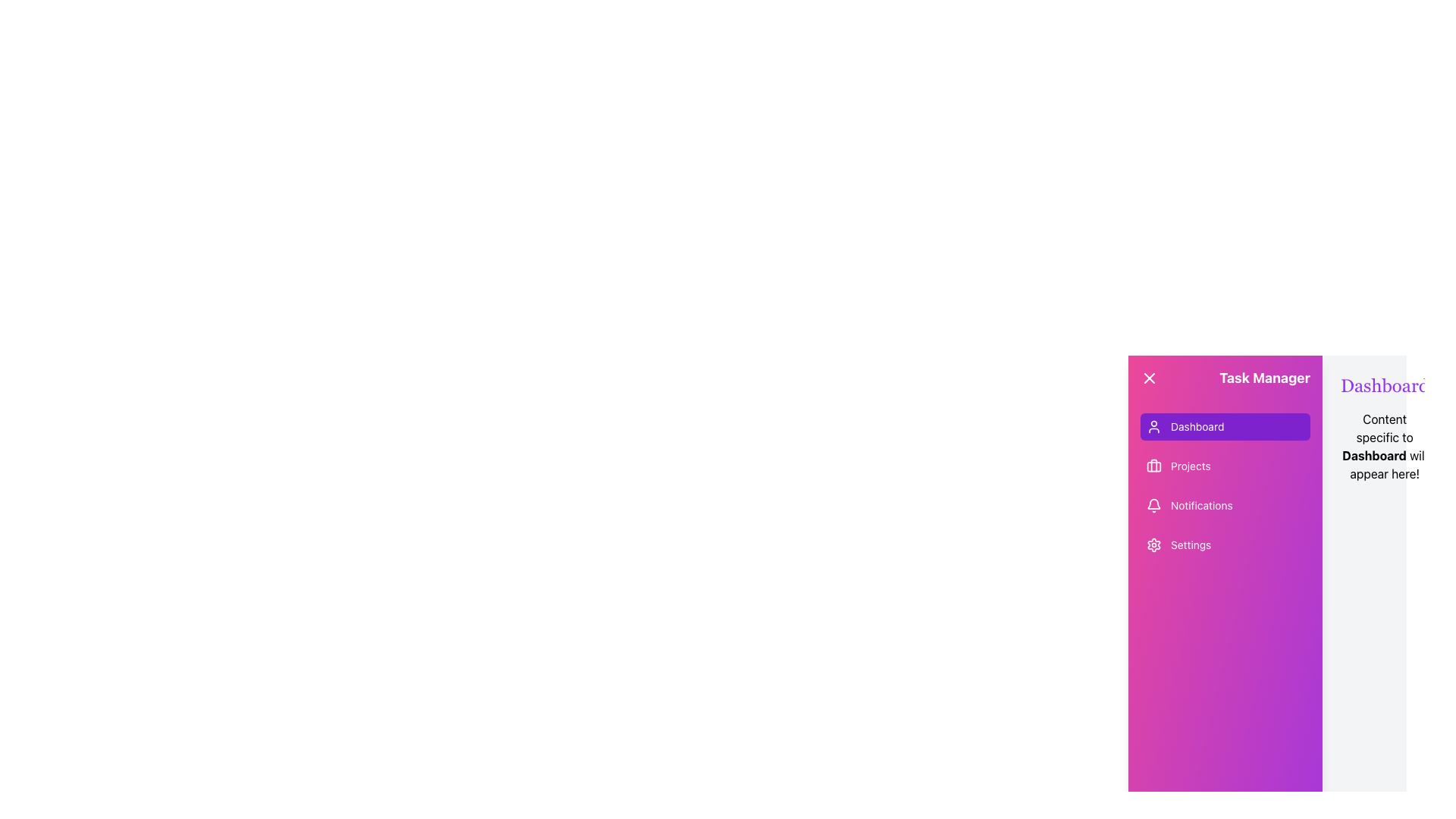  Describe the element at coordinates (1225, 377) in the screenshot. I see `the 'Task Manager' text label located at the top of the sidebar, to the right of the close icon` at that location.